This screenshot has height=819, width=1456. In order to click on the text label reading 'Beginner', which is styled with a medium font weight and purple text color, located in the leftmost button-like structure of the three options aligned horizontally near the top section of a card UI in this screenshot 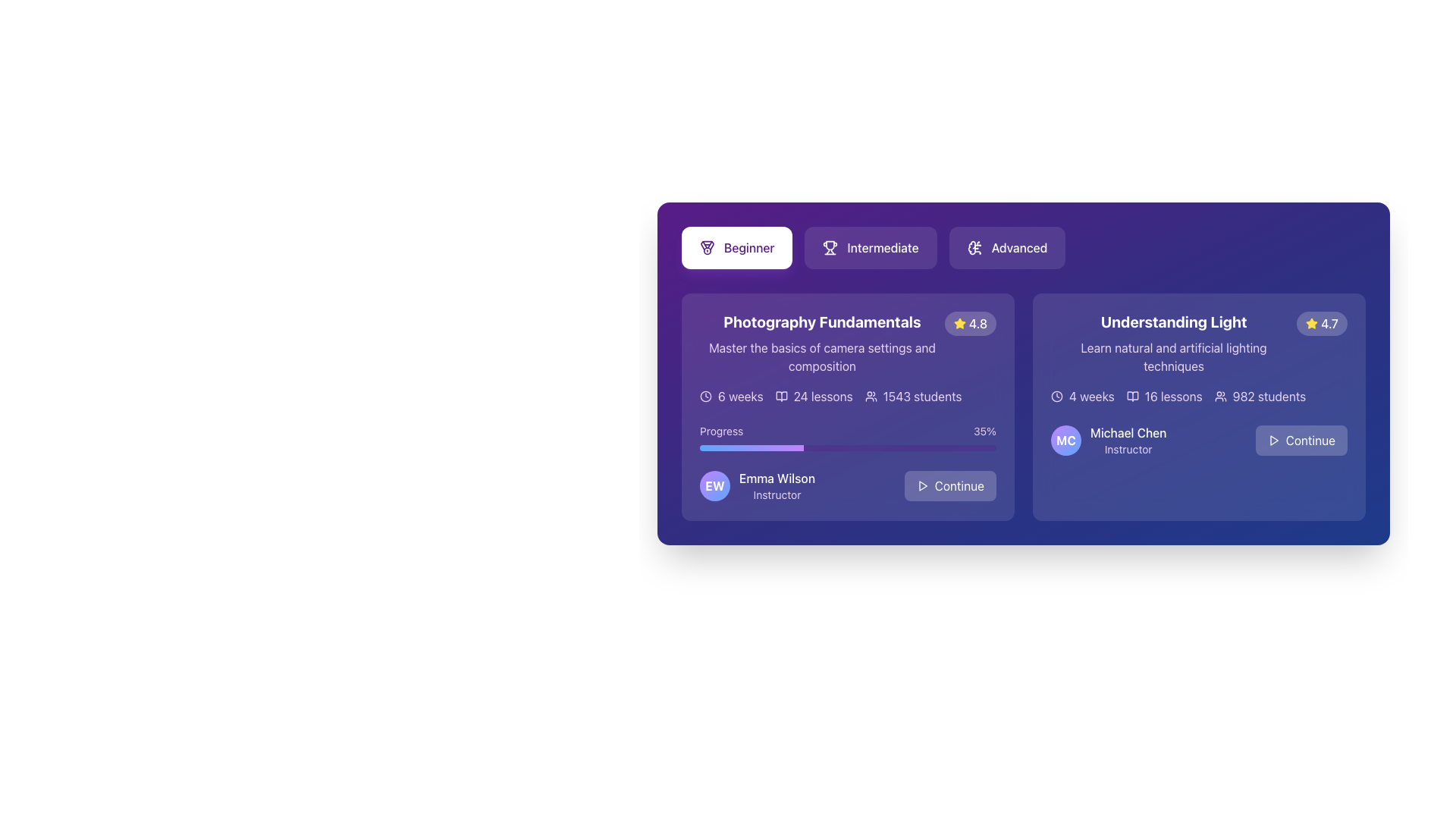, I will do `click(749, 247)`.